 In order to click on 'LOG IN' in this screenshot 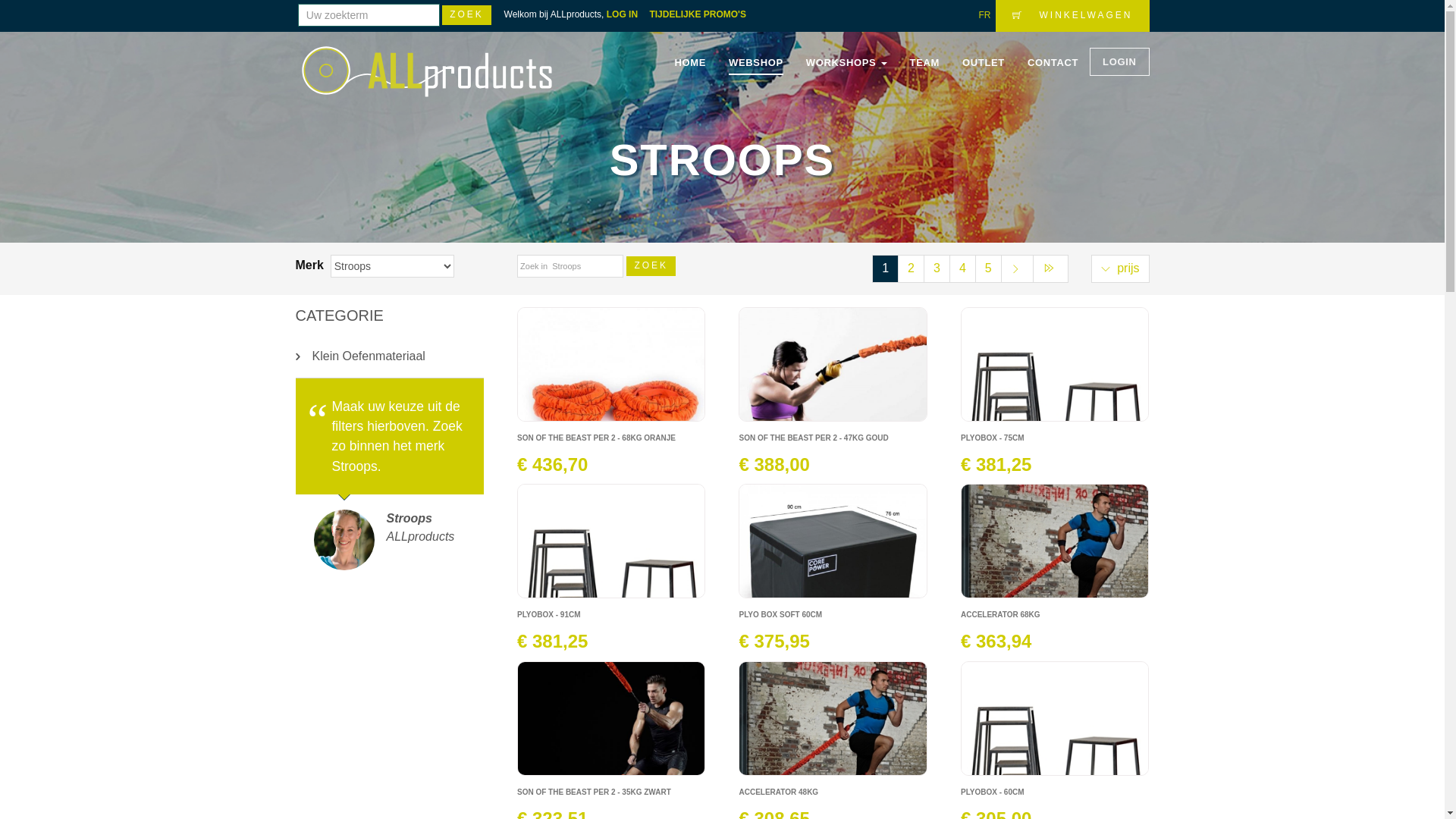, I will do `click(626, 14)`.